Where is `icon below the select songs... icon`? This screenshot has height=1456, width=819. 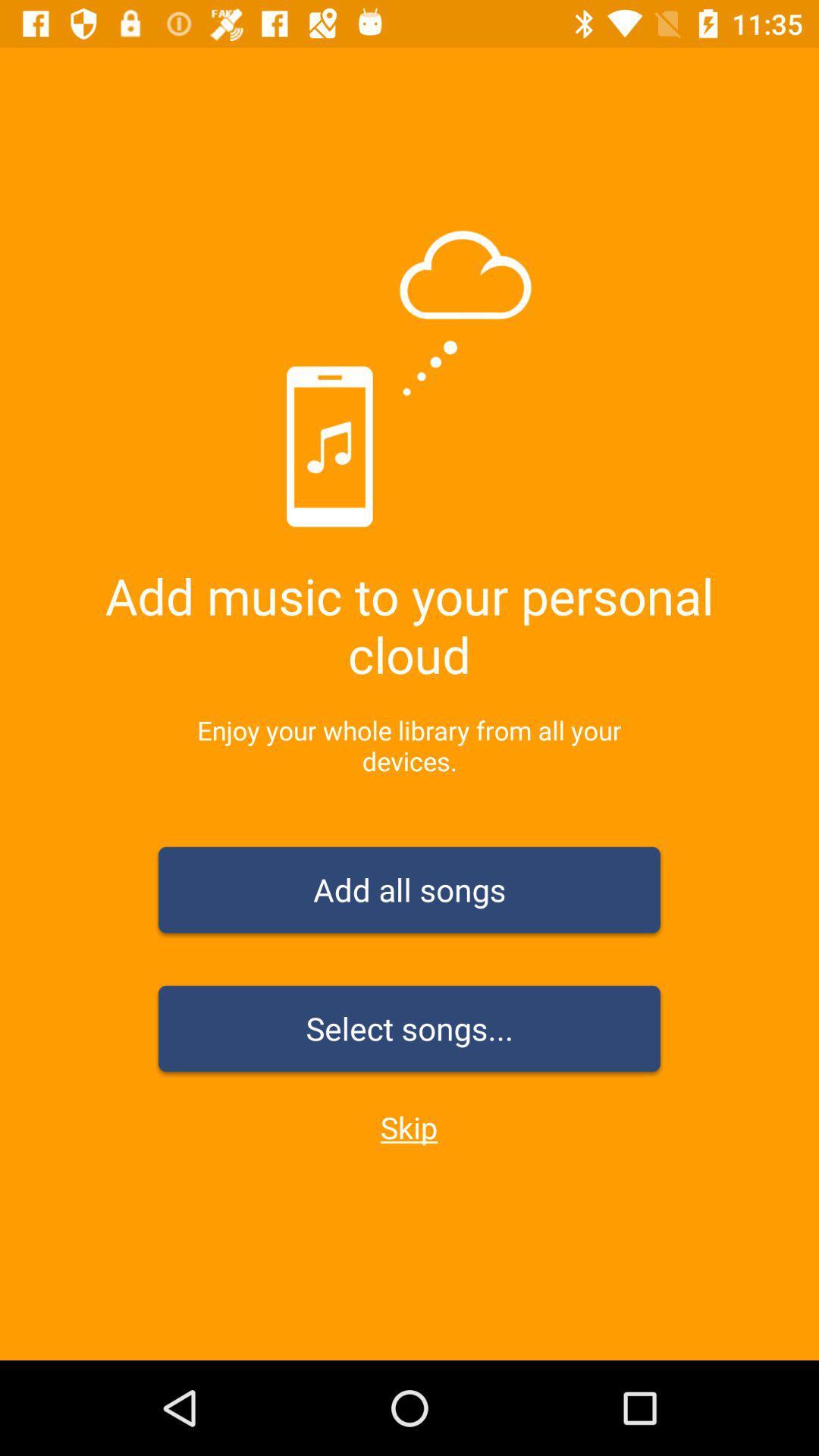 icon below the select songs... icon is located at coordinates (408, 1127).